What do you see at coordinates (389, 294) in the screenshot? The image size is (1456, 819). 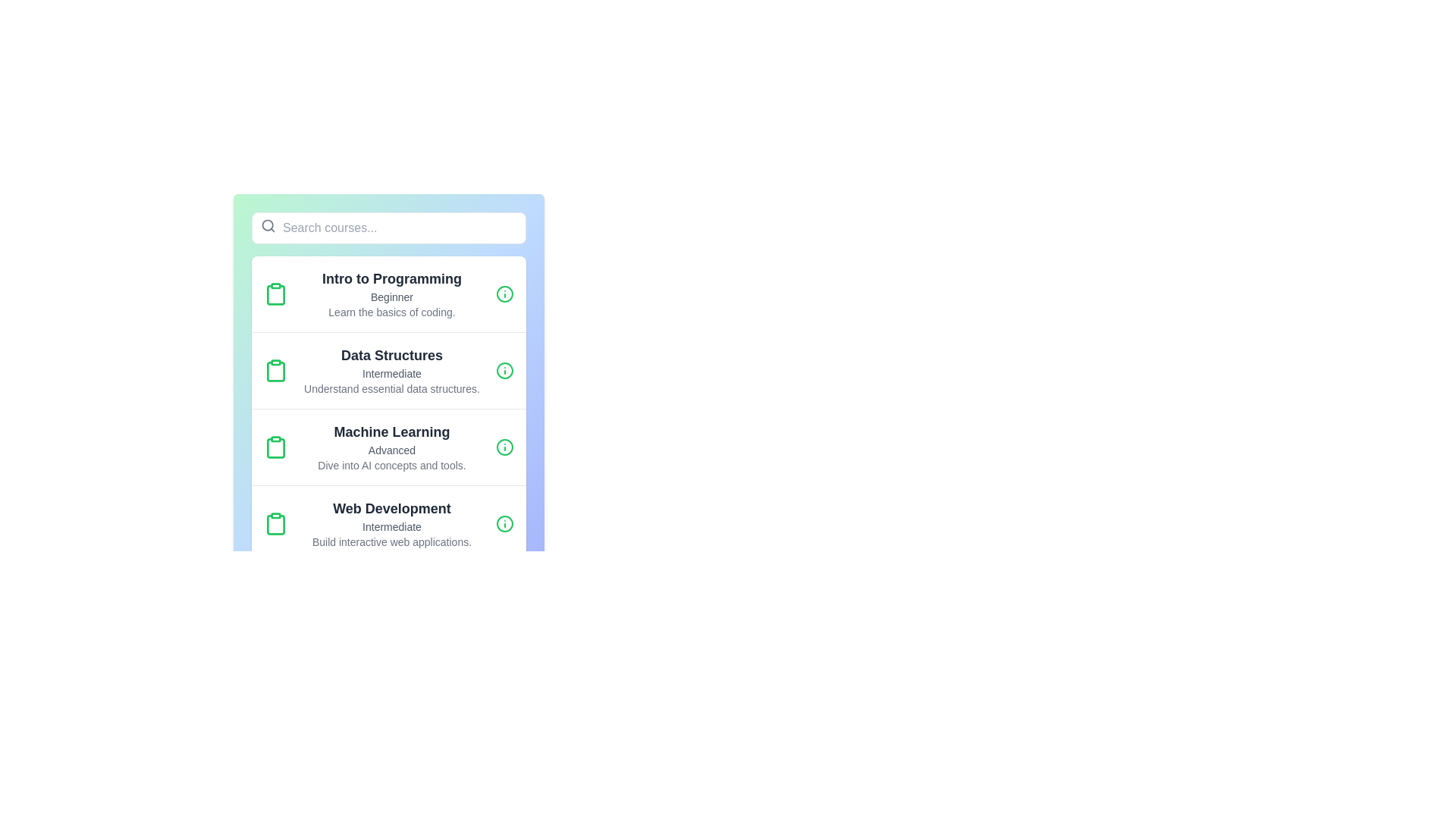 I see `the 'Intro to Programming' course card, which is the first item in the vertically stacked list of course modules located below the search bar` at bounding box center [389, 294].